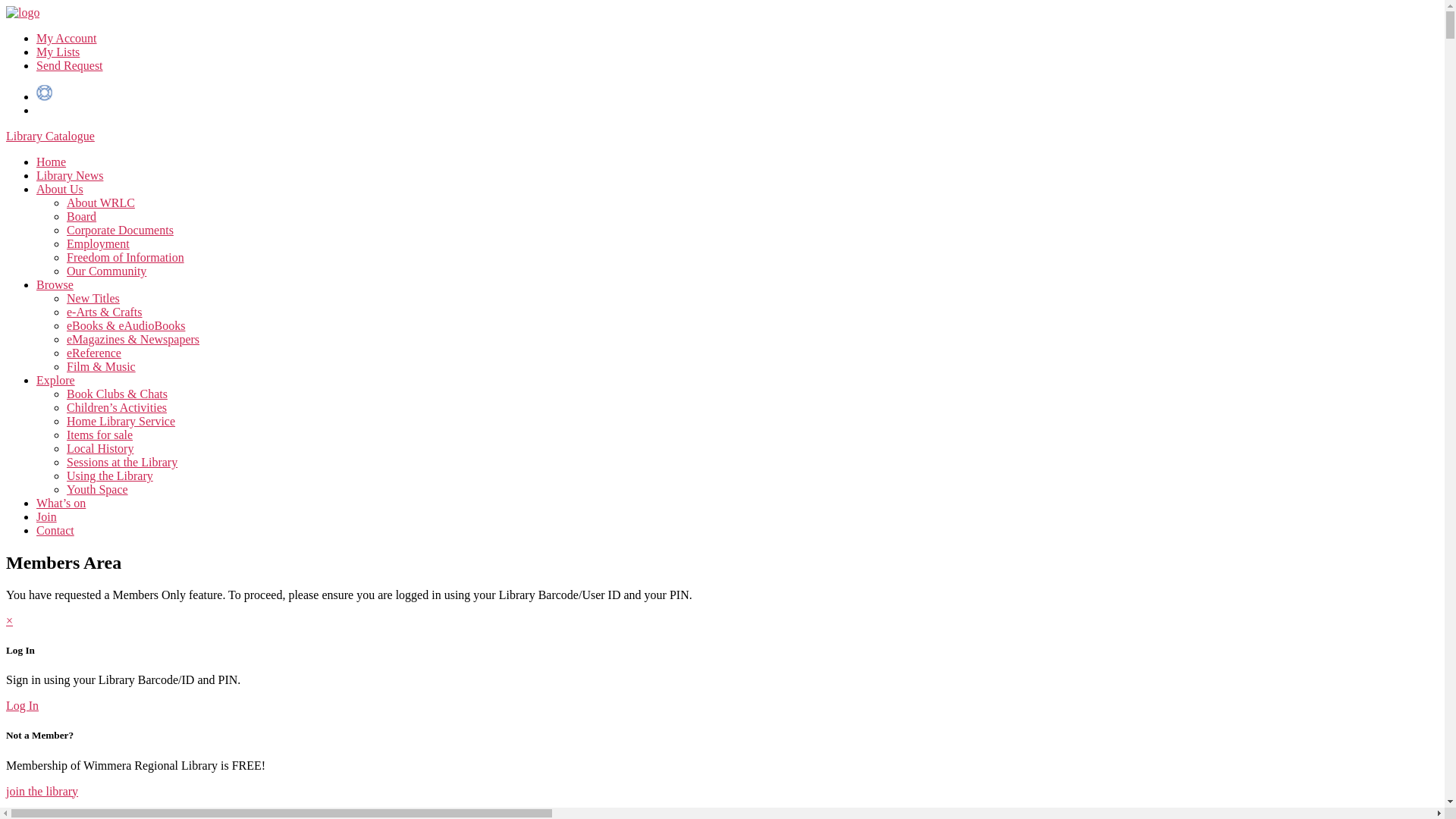  Describe the element at coordinates (59, 188) in the screenshot. I see `'About Us'` at that location.